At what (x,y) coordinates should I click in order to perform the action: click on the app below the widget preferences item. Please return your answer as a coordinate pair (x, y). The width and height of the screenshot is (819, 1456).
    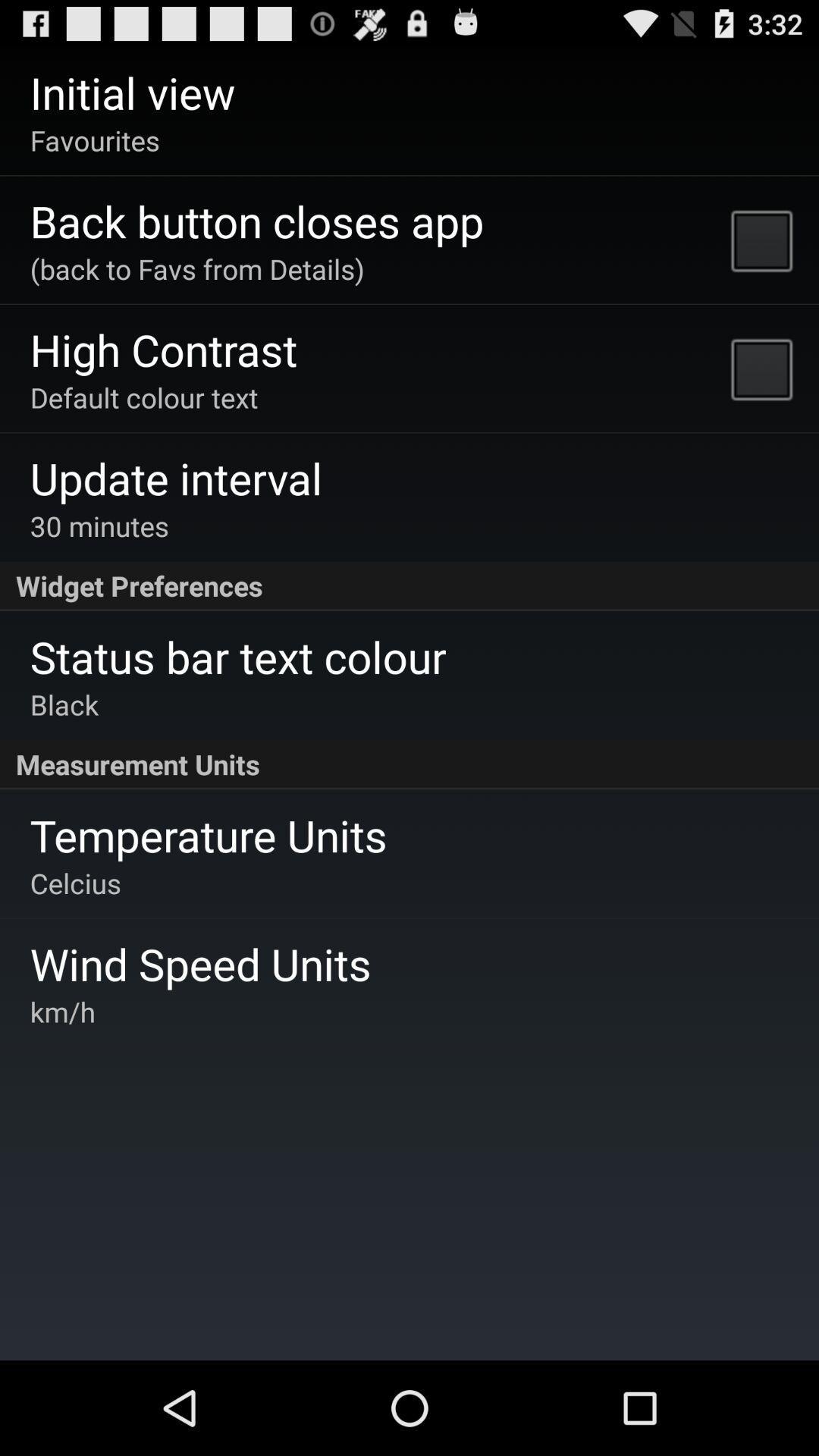
    Looking at the image, I should click on (238, 656).